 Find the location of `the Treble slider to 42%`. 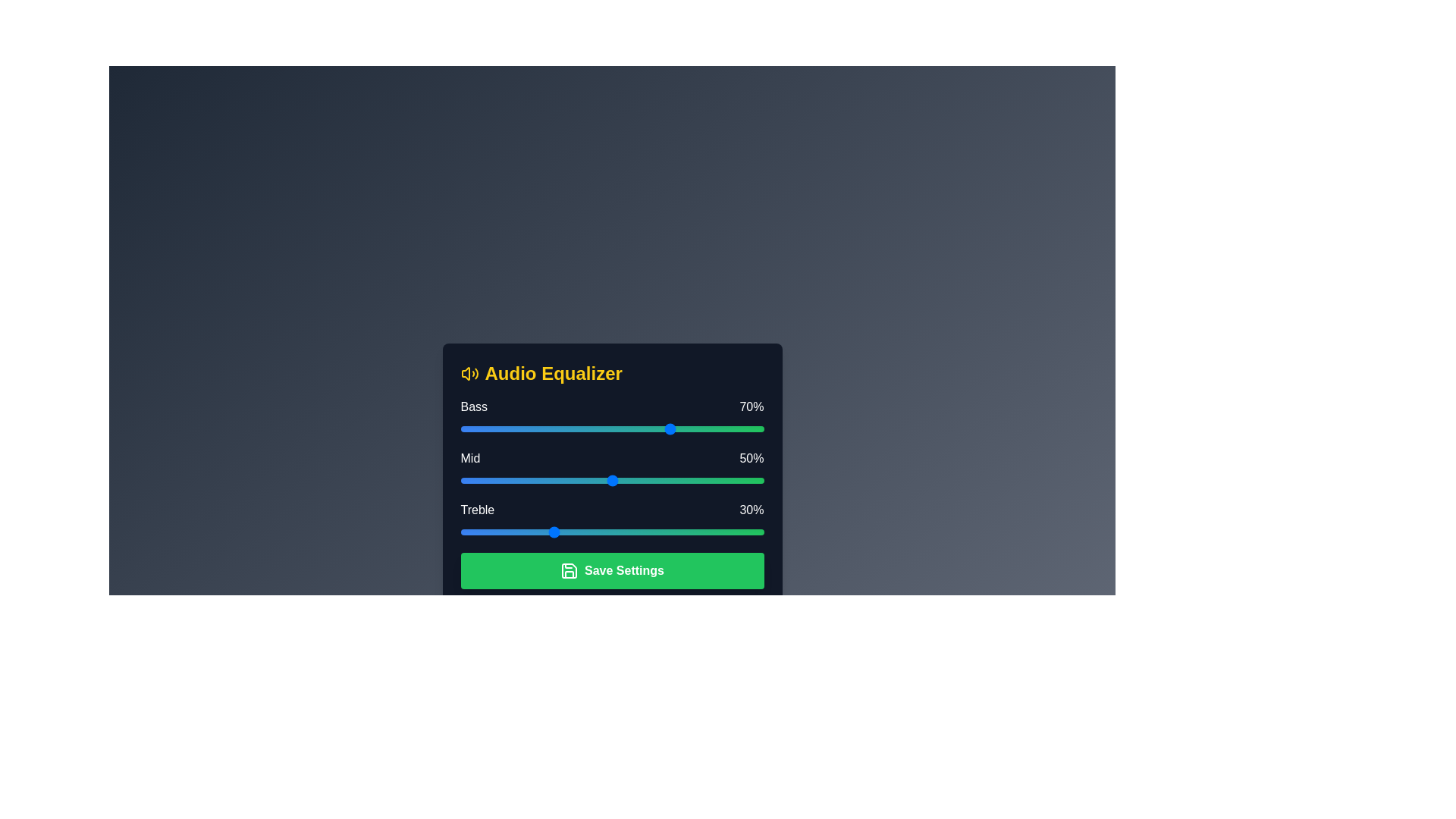

the Treble slider to 42% is located at coordinates (587, 532).